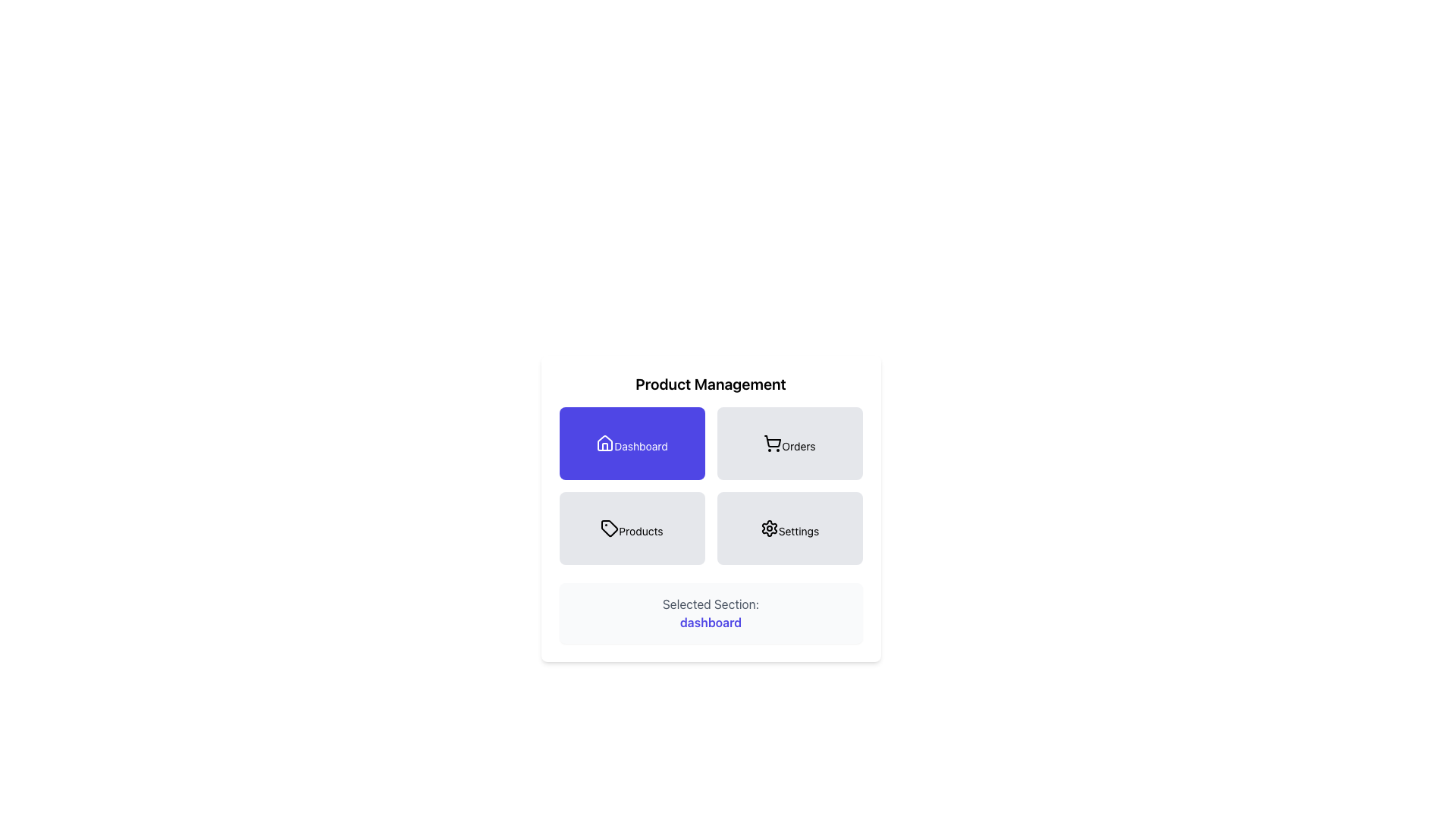  I want to click on the settings icon located at the bottom-right quadrant of the four-option grid, so click(769, 528).